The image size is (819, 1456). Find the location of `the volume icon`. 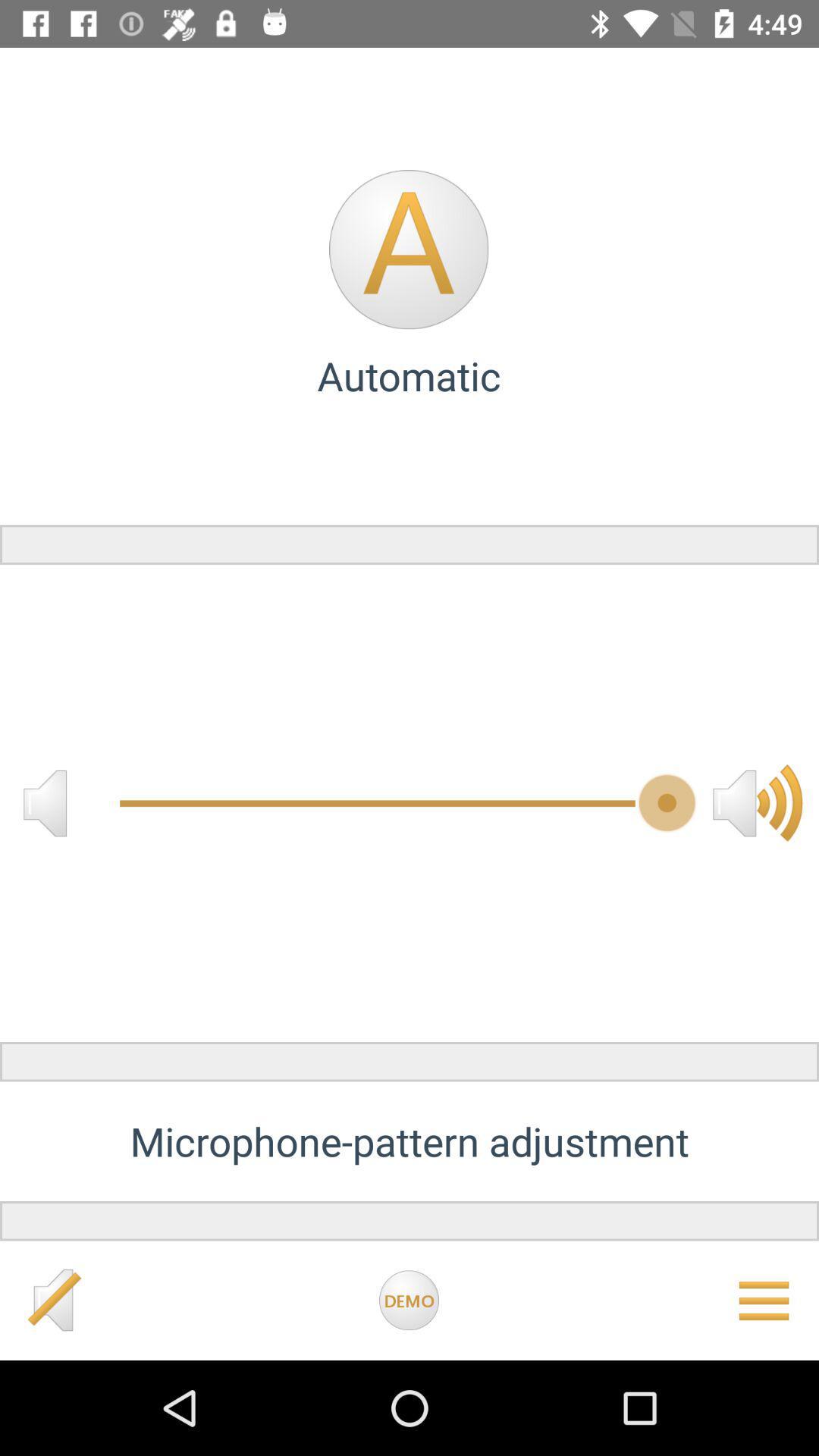

the volume icon is located at coordinates (54, 1300).